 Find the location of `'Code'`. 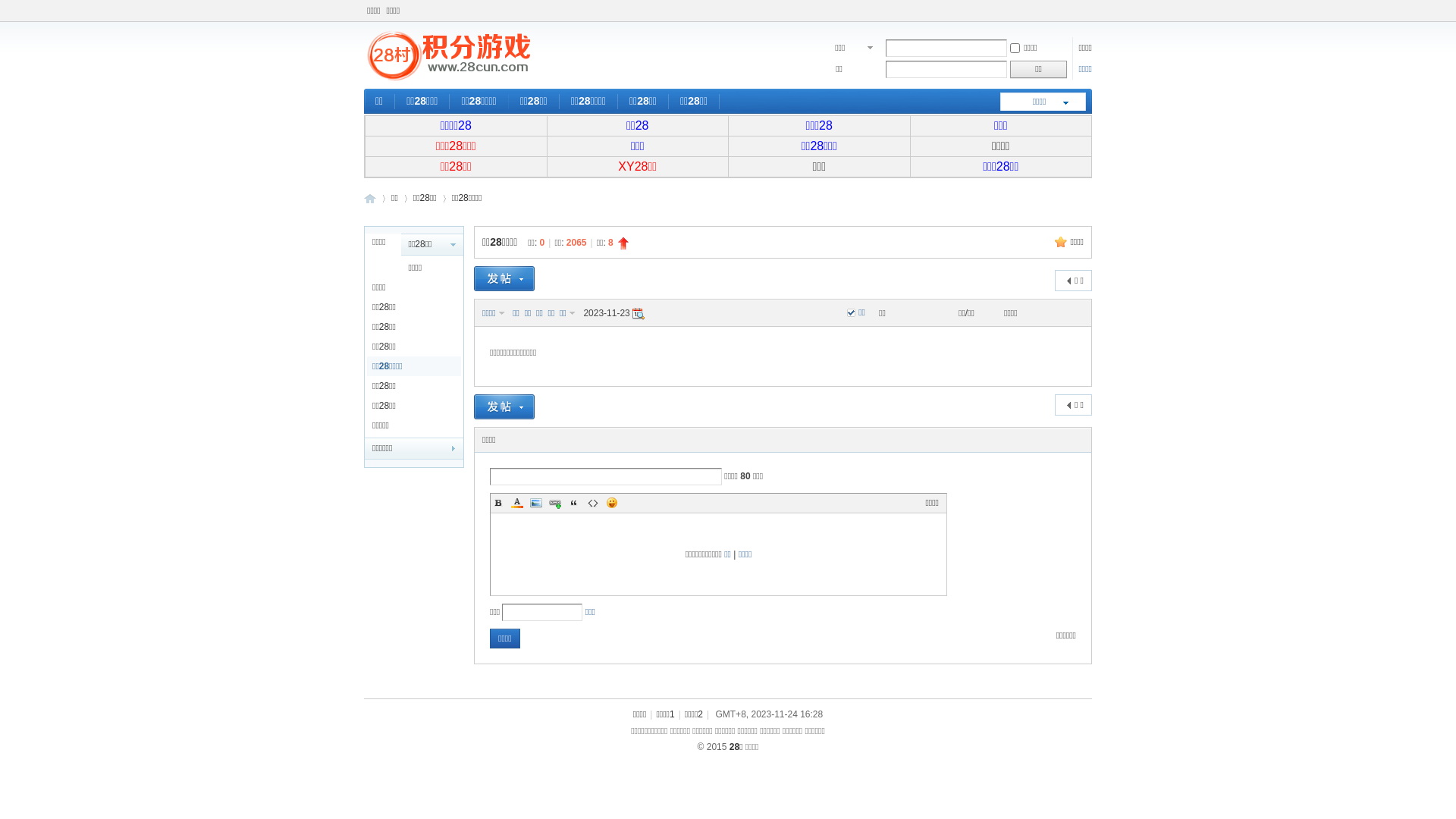

'Code' is located at coordinates (592, 503).